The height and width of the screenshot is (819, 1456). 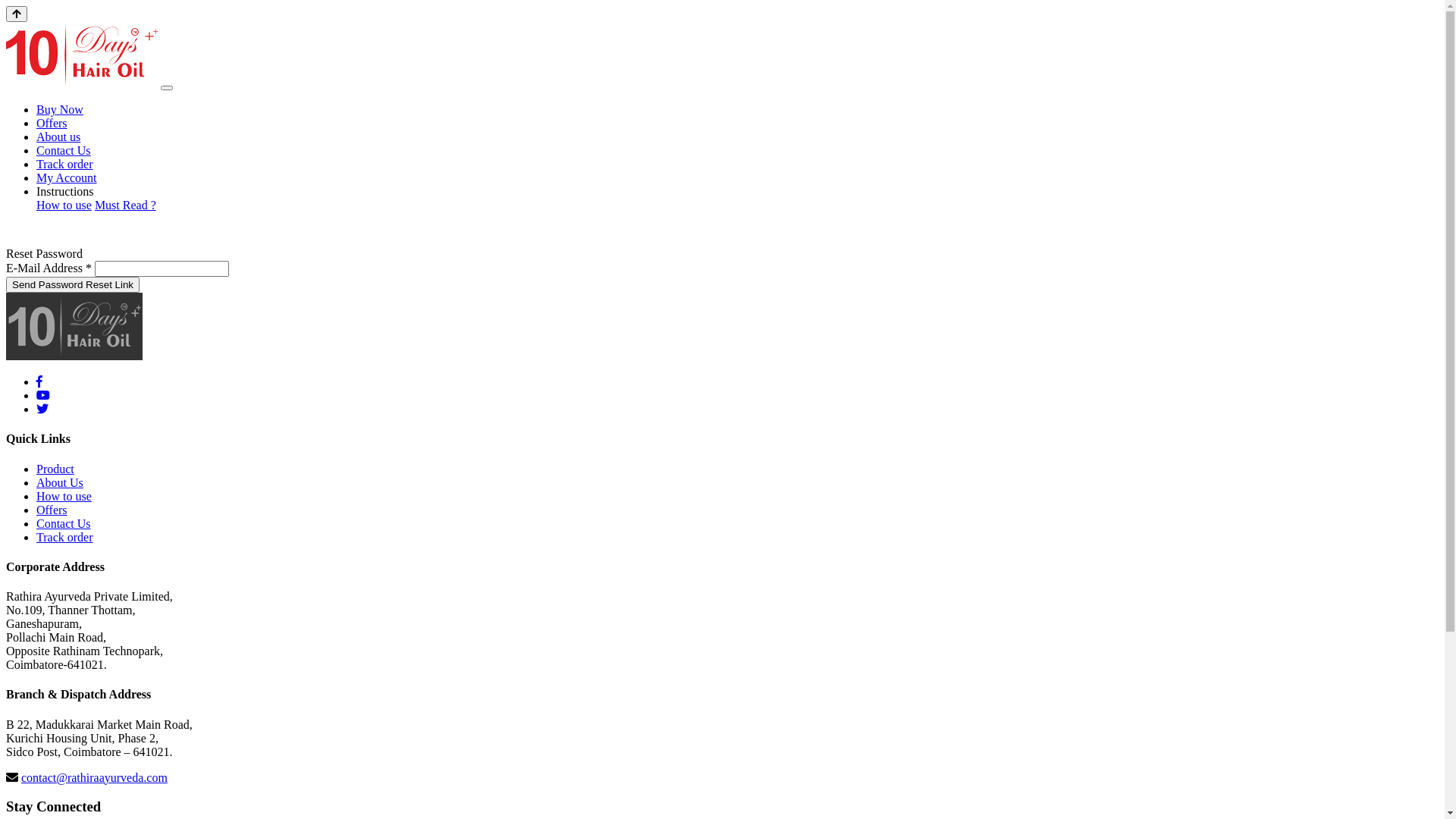 I want to click on '10 Days Hair Oil twitter', so click(x=42, y=408).